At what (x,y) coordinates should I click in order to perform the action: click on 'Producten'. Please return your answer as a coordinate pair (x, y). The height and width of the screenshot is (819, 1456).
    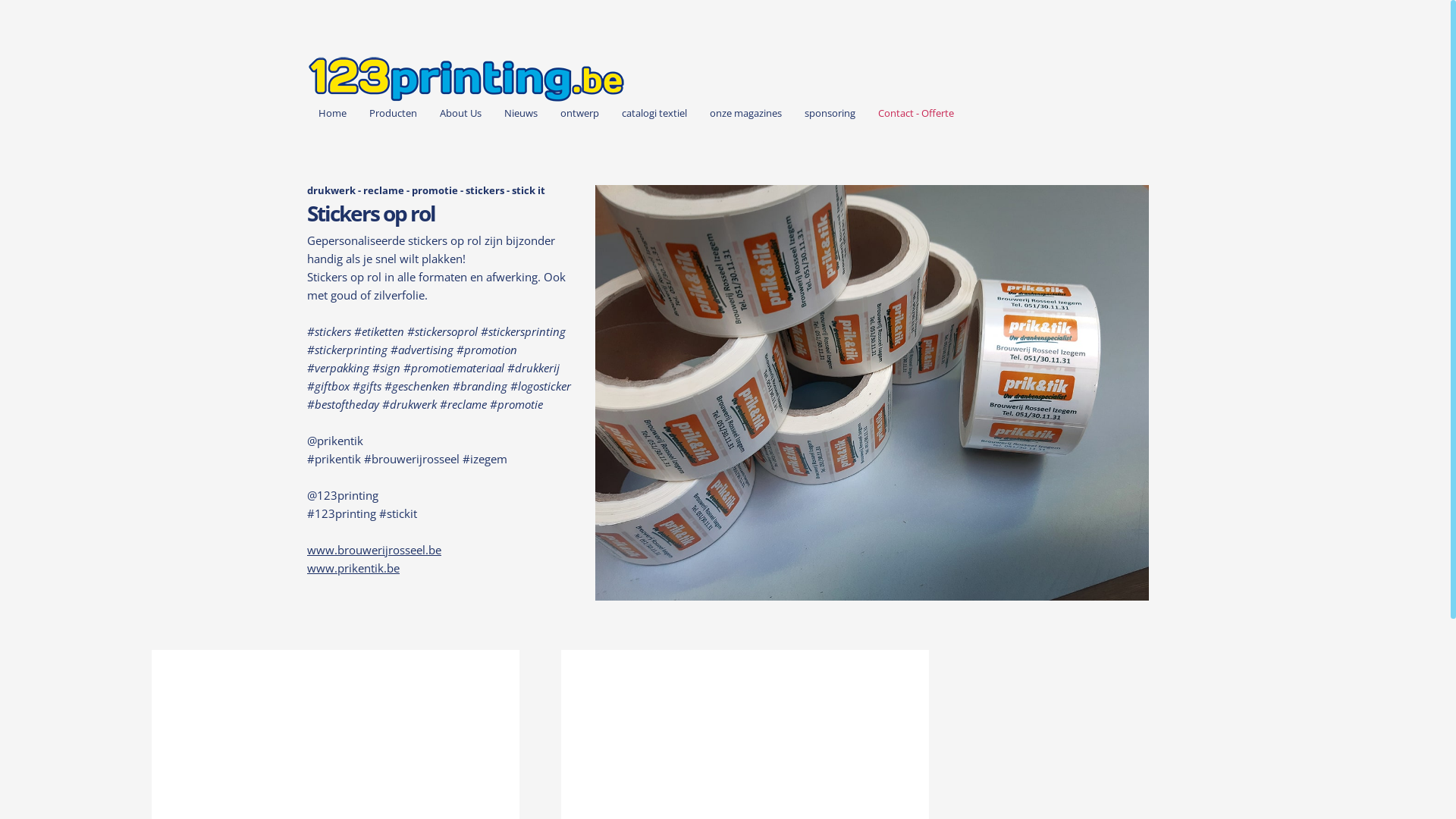
    Looking at the image, I should click on (393, 113).